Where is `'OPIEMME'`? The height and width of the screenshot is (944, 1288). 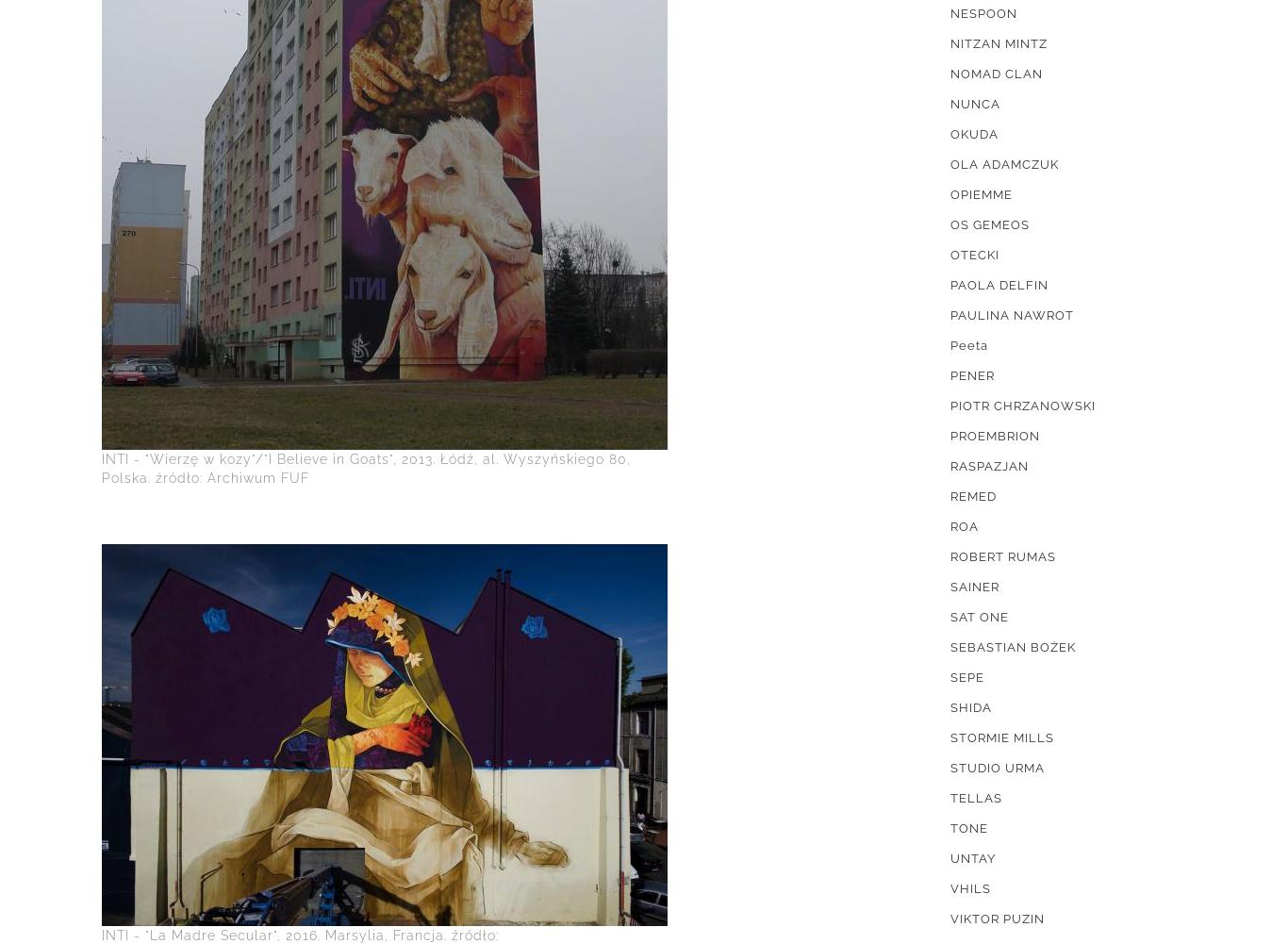
'OPIEMME' is located at coordinates (981, 194).